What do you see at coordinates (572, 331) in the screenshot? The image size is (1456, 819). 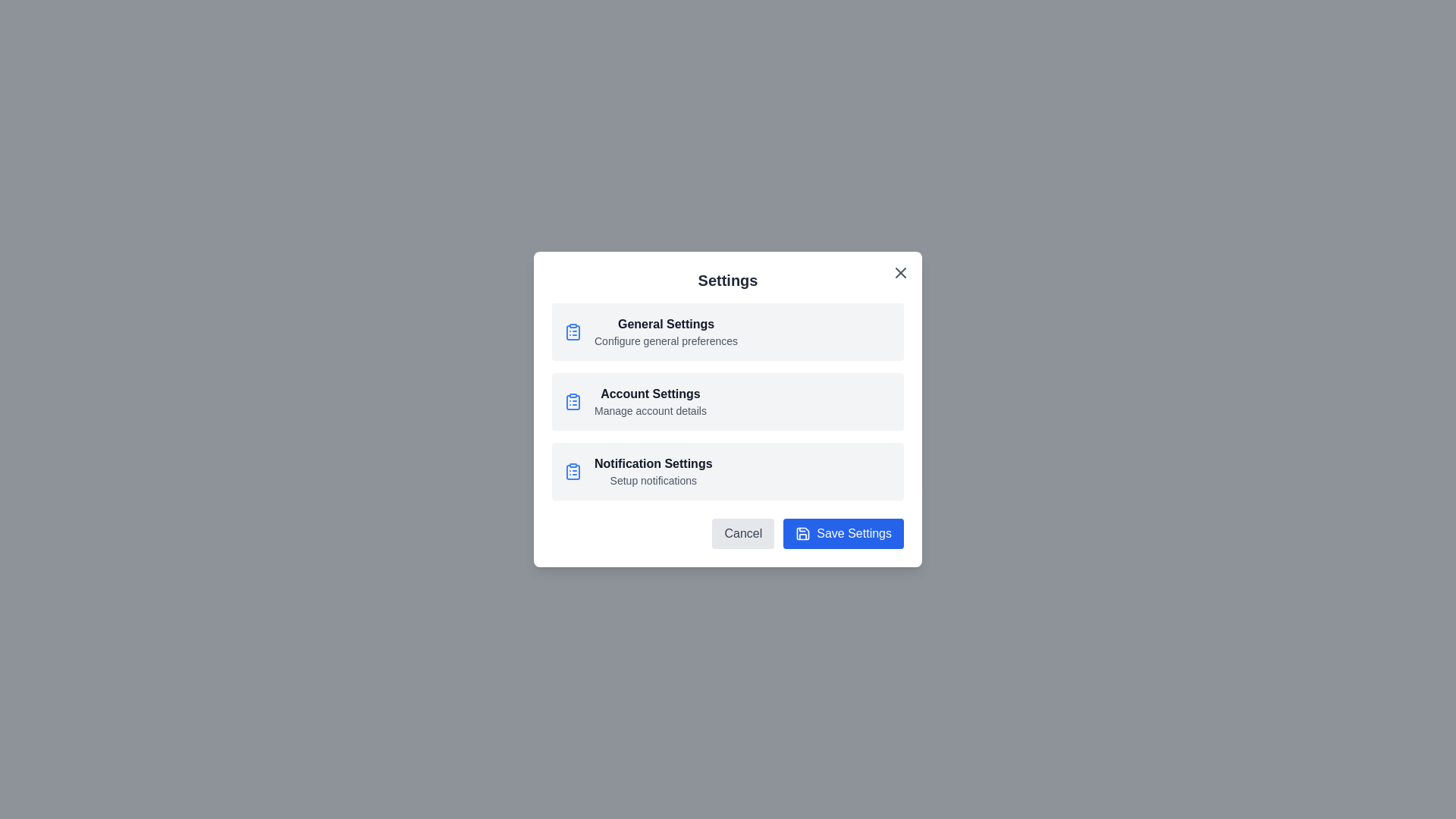 I see `the clipboard list icon located in the 'General Settings' section to interact with the preferences` at bounding box center [572, 331].